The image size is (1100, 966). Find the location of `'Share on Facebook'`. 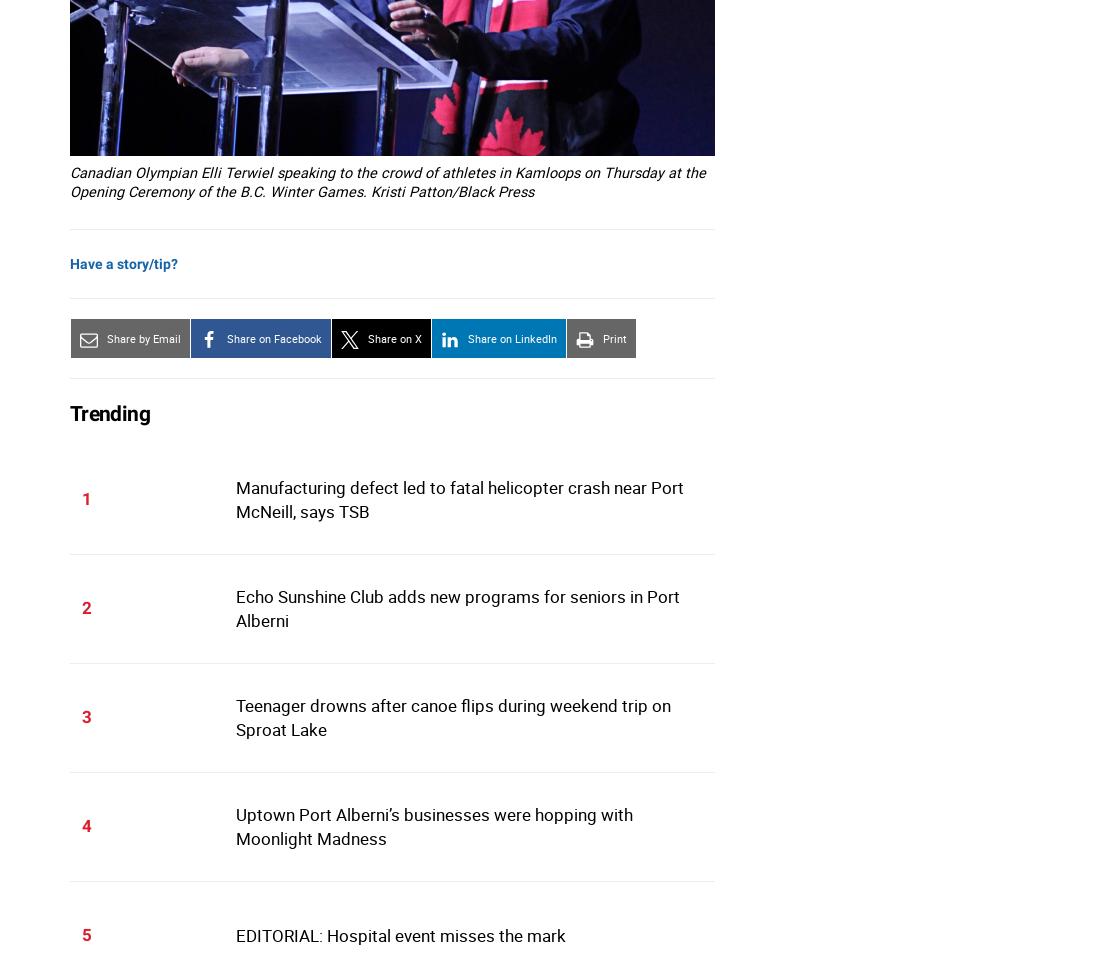

'Share on Facebook' is located at coordinates (274, 338).